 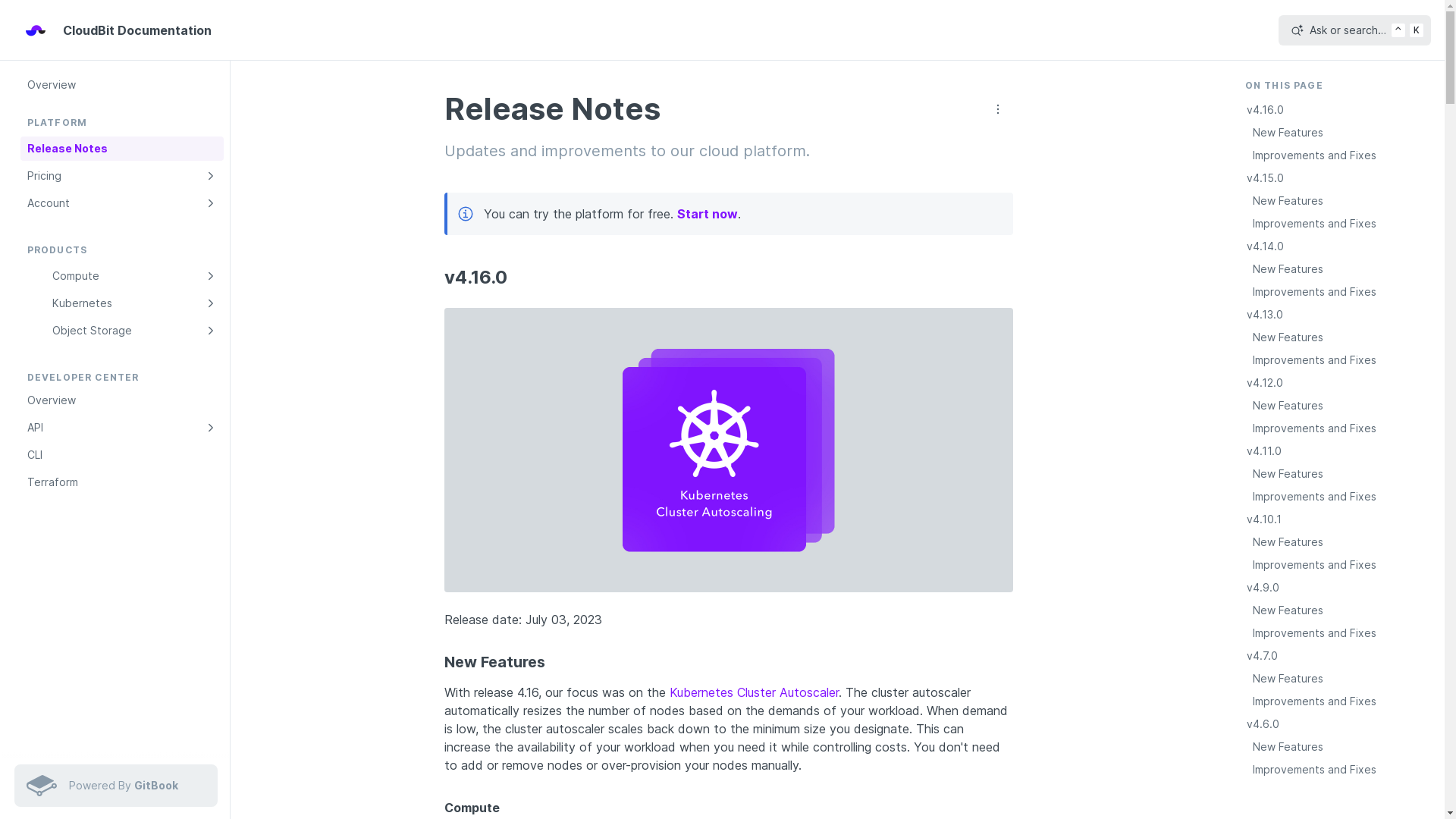 What do you see at coordinates (120, 84) in the screenshot?
I see `'Overview'` at bounding box center [120, 84].